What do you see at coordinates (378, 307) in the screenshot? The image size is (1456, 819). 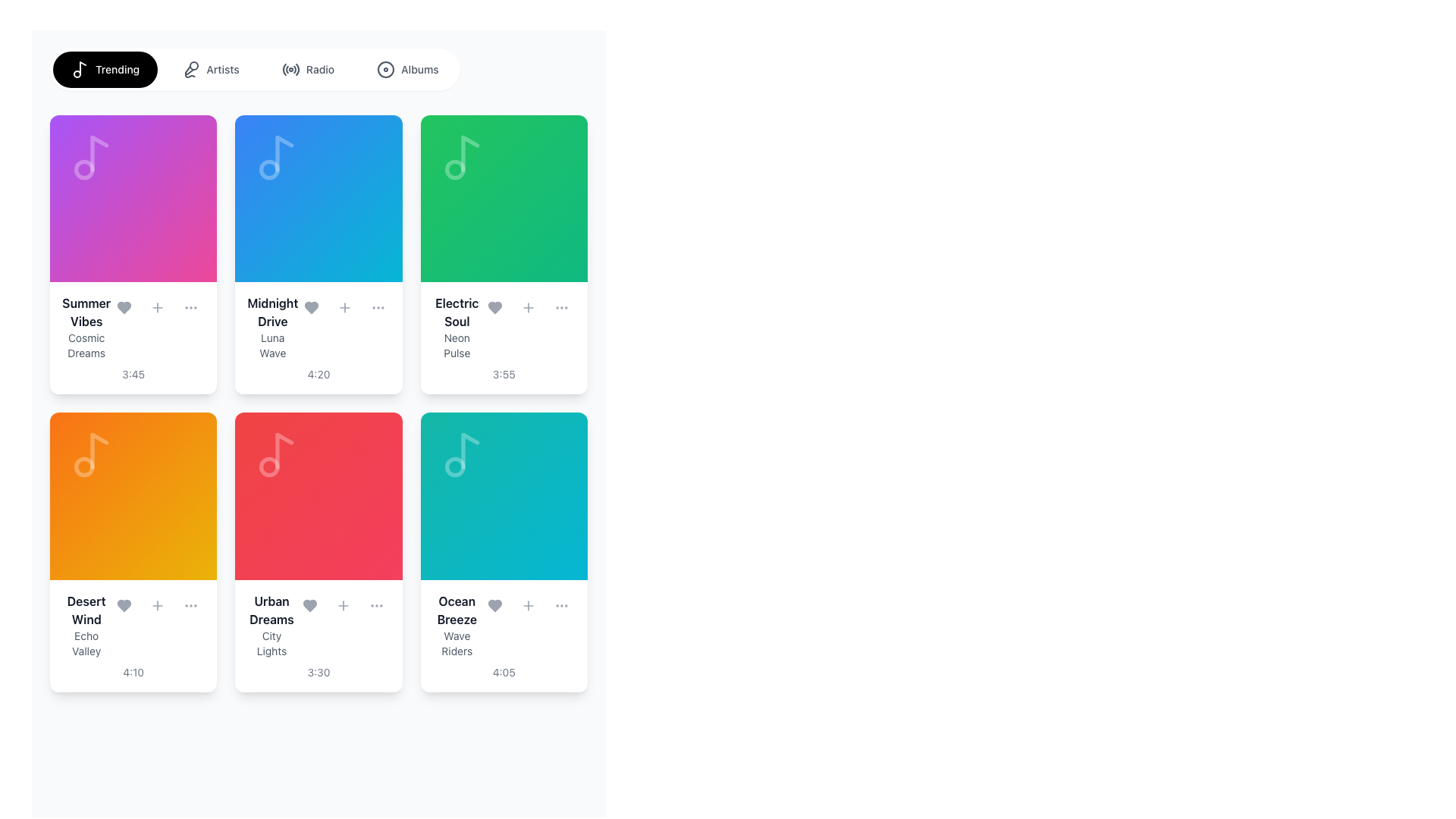 I see `the ellipsis menu button in the interactive controls section of the 'Midnight Drive' music card` at bounding box center [378, 307].